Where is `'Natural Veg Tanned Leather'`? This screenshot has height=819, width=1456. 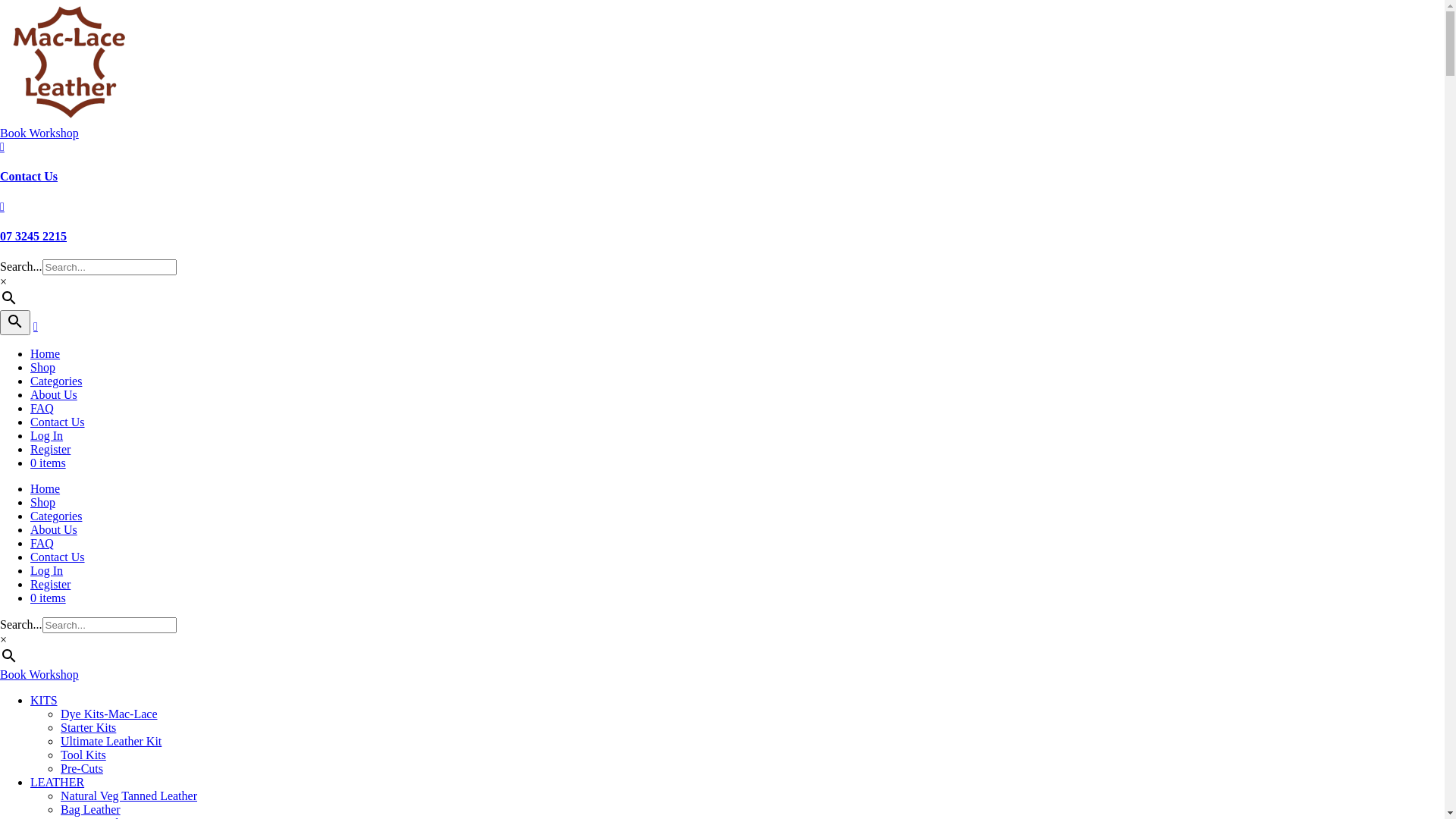
'Natural Veg Tanned Leather' is located at coordinates (128, 795).